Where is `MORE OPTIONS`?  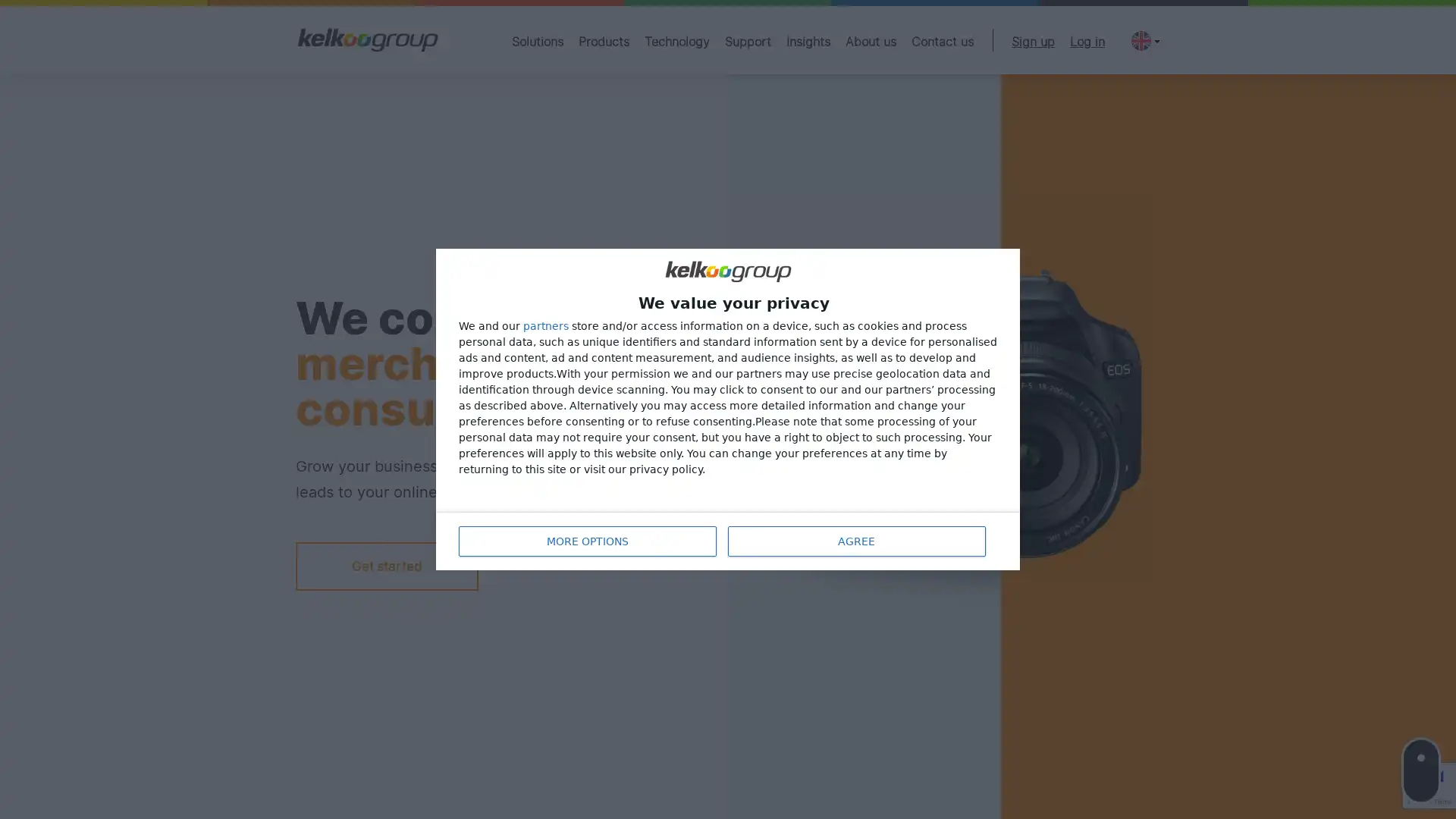
MORE OPTIONS is located at coordinates (586, 540).